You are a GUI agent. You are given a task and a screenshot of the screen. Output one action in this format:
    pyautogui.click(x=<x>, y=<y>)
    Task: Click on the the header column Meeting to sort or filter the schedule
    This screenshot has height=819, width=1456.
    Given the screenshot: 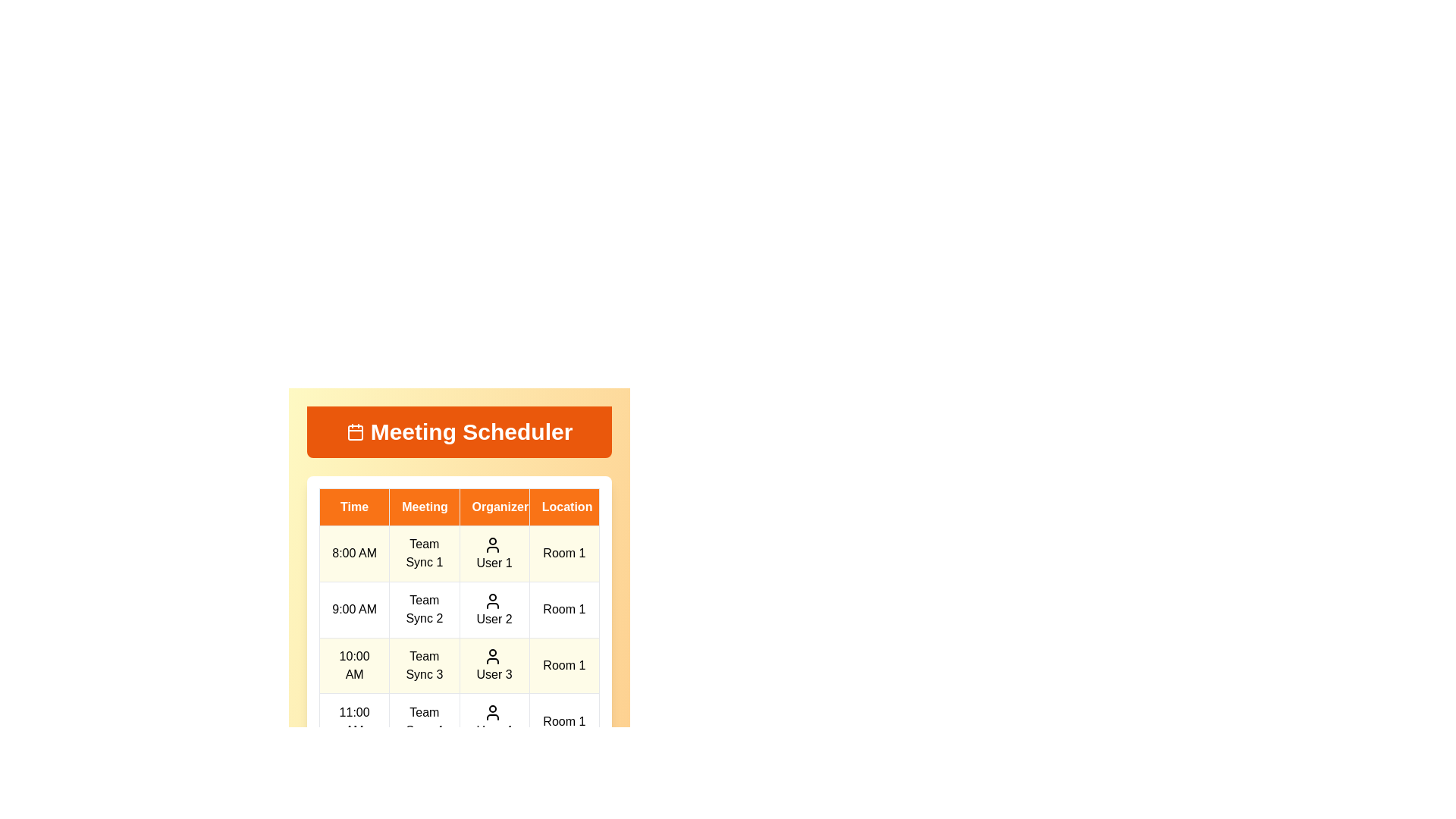 What is the action you would take?
    pyautogui.click(x=424, y=507)
    